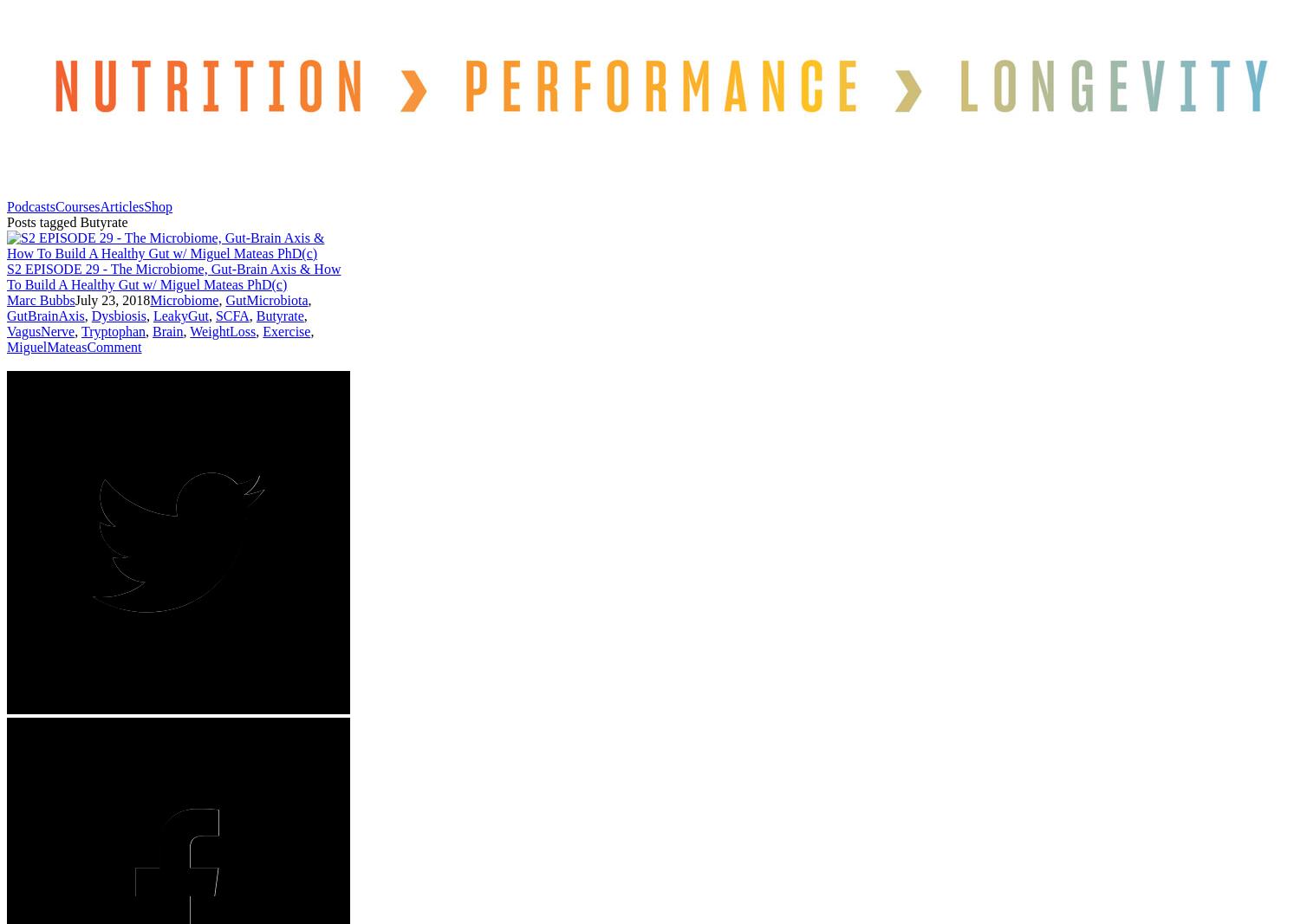 The height and width of the screenshot is (924, 1307). What do you see at coordinates (113, 330) in the screenshot?
I see `'Tryptophan'` at bounding box center [113, 330].